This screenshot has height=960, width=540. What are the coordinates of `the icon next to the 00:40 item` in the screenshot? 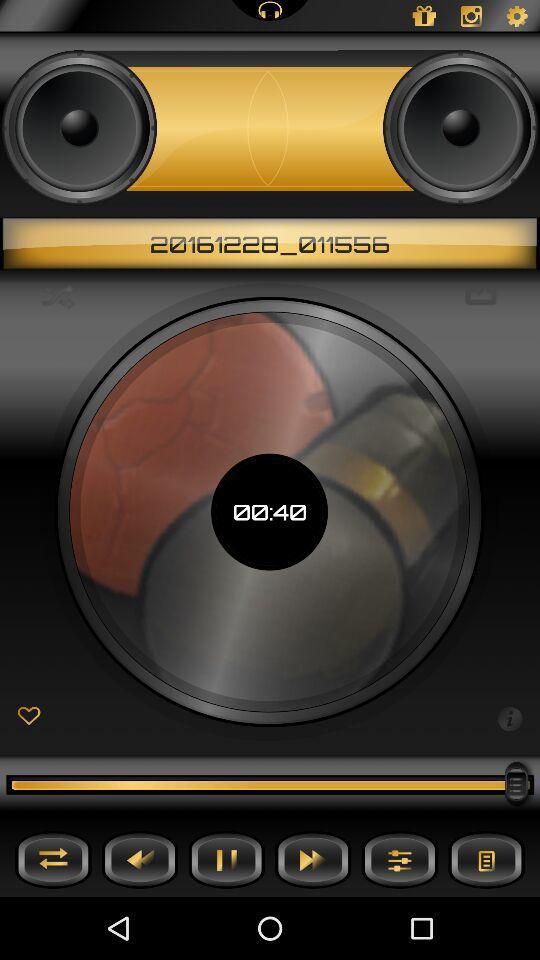 It's located at (509, 717).